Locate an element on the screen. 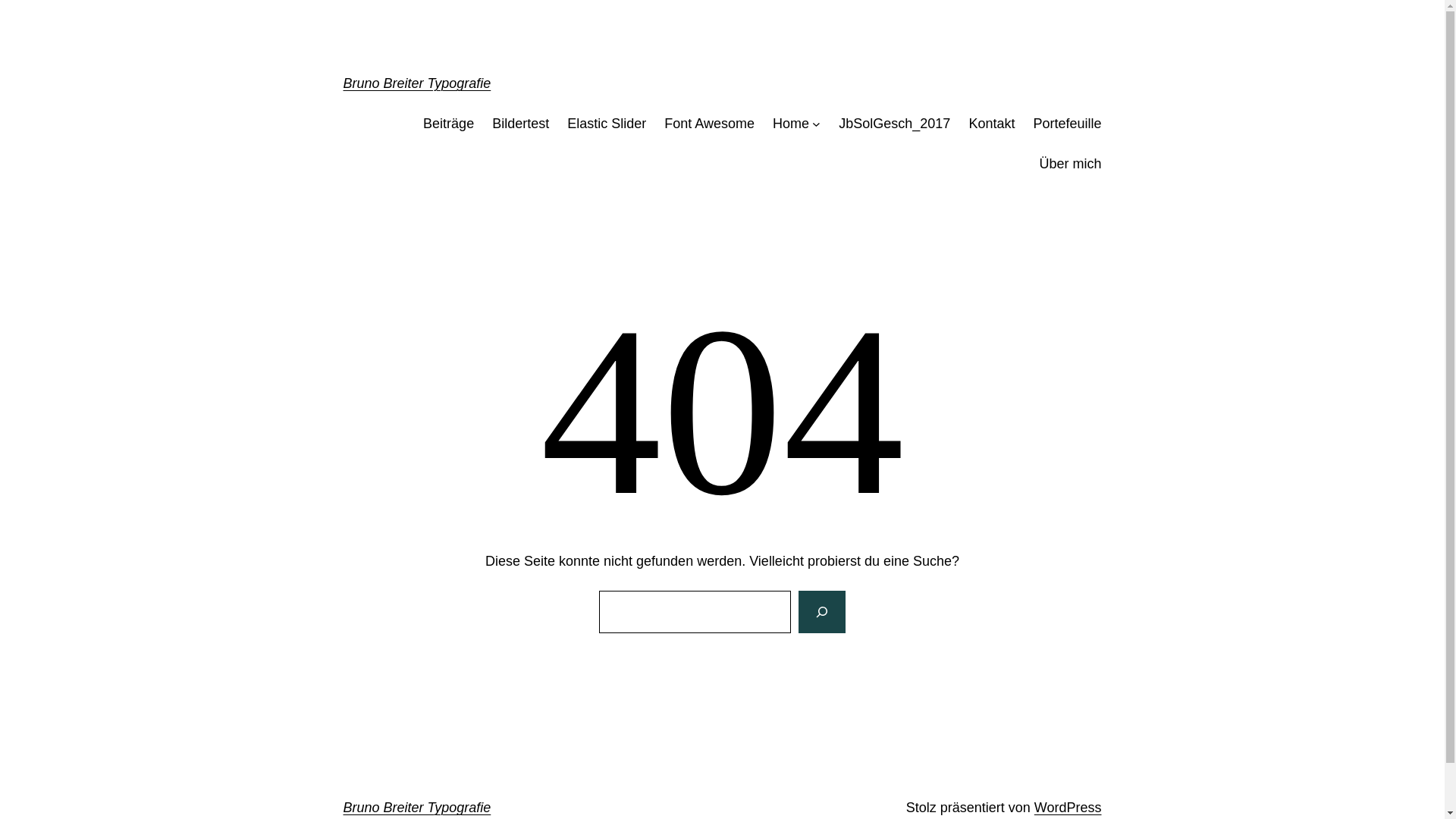 Image resolution: width=1456 pixels, height=819 pixels. 'Bruno Breiter Typografie' is located at coordinates (416, 83).